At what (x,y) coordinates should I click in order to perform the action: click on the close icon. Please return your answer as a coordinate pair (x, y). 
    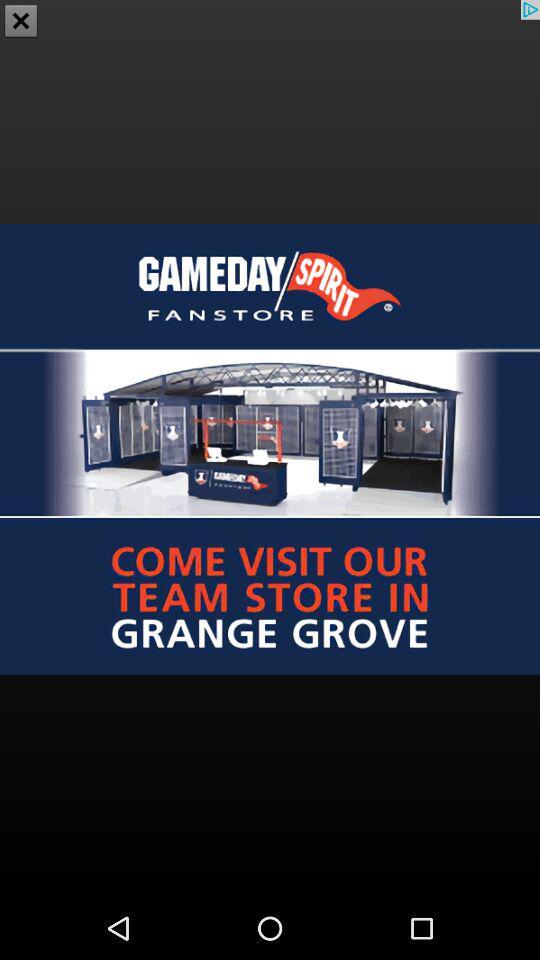
    Looking at the image, I should click on (20, 21).